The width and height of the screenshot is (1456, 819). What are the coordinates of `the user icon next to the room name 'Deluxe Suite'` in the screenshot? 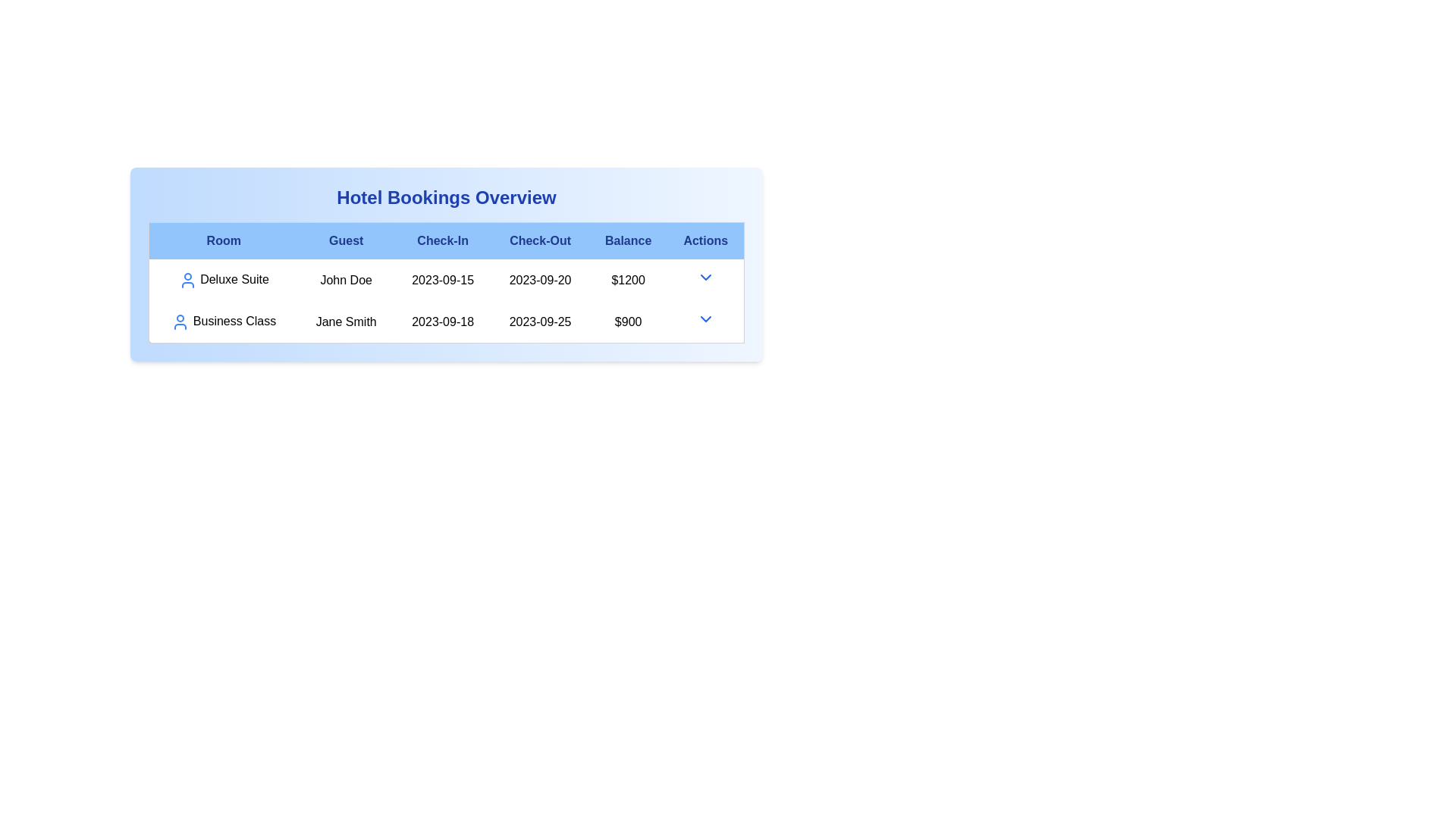 It's located at (187, 280).